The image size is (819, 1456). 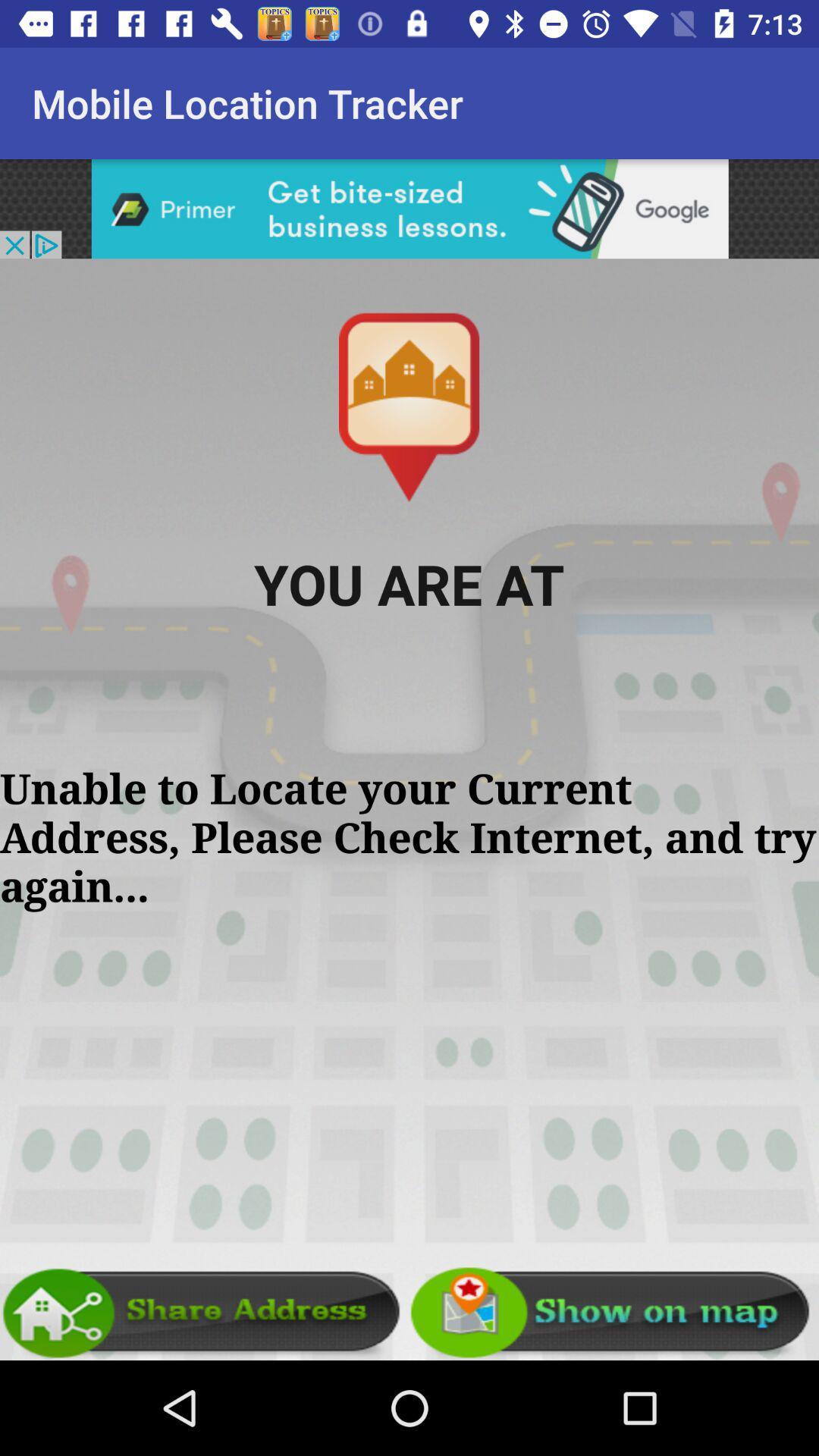 I want to click on show map, so click(x=614, y=1312).